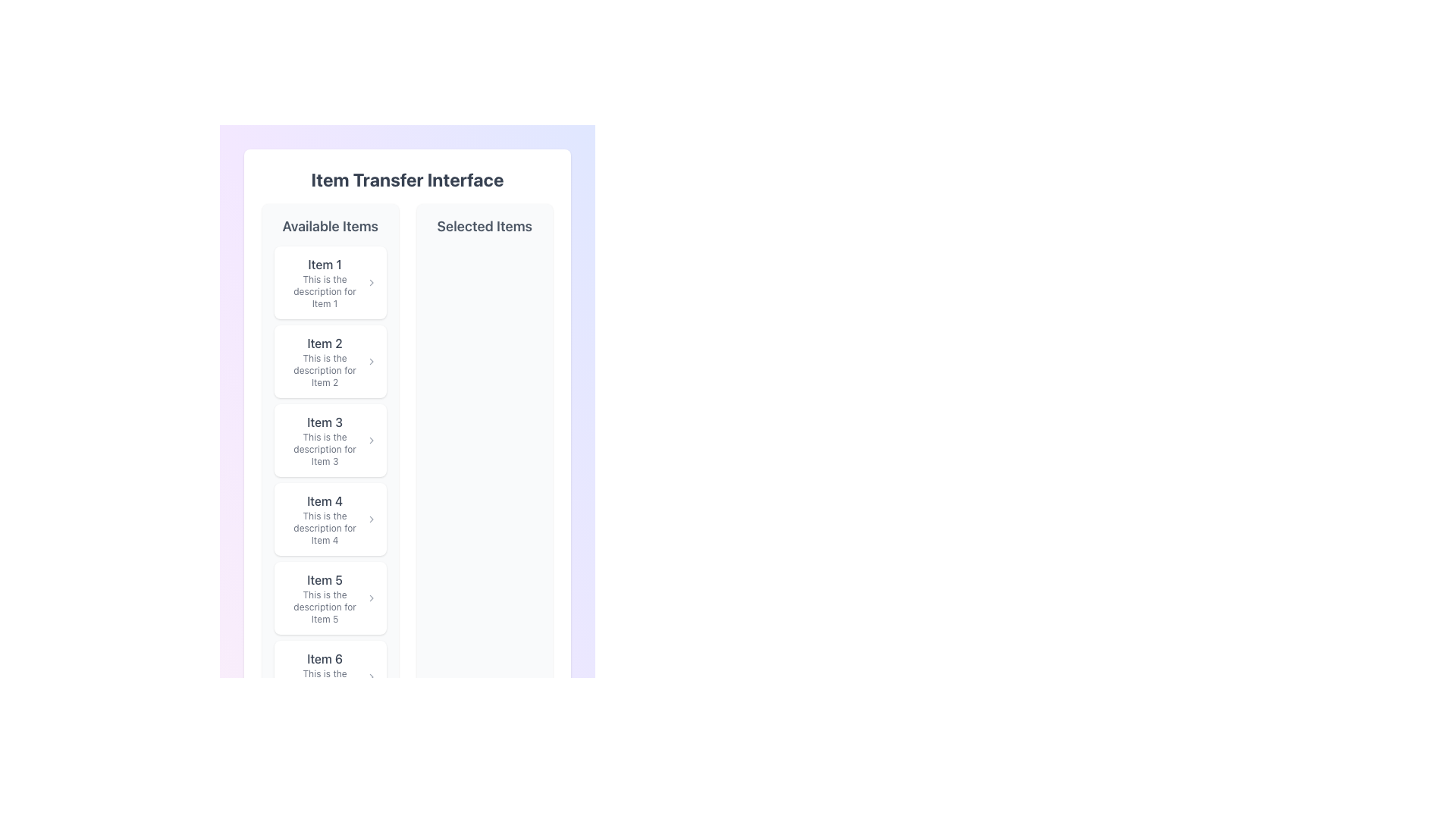  Describe the element at coordinates (329, 227) in the screenshot. I see `text label 'Available Items' which is styled in large, bold gray font, serving as the header for the section of available items` at that location.